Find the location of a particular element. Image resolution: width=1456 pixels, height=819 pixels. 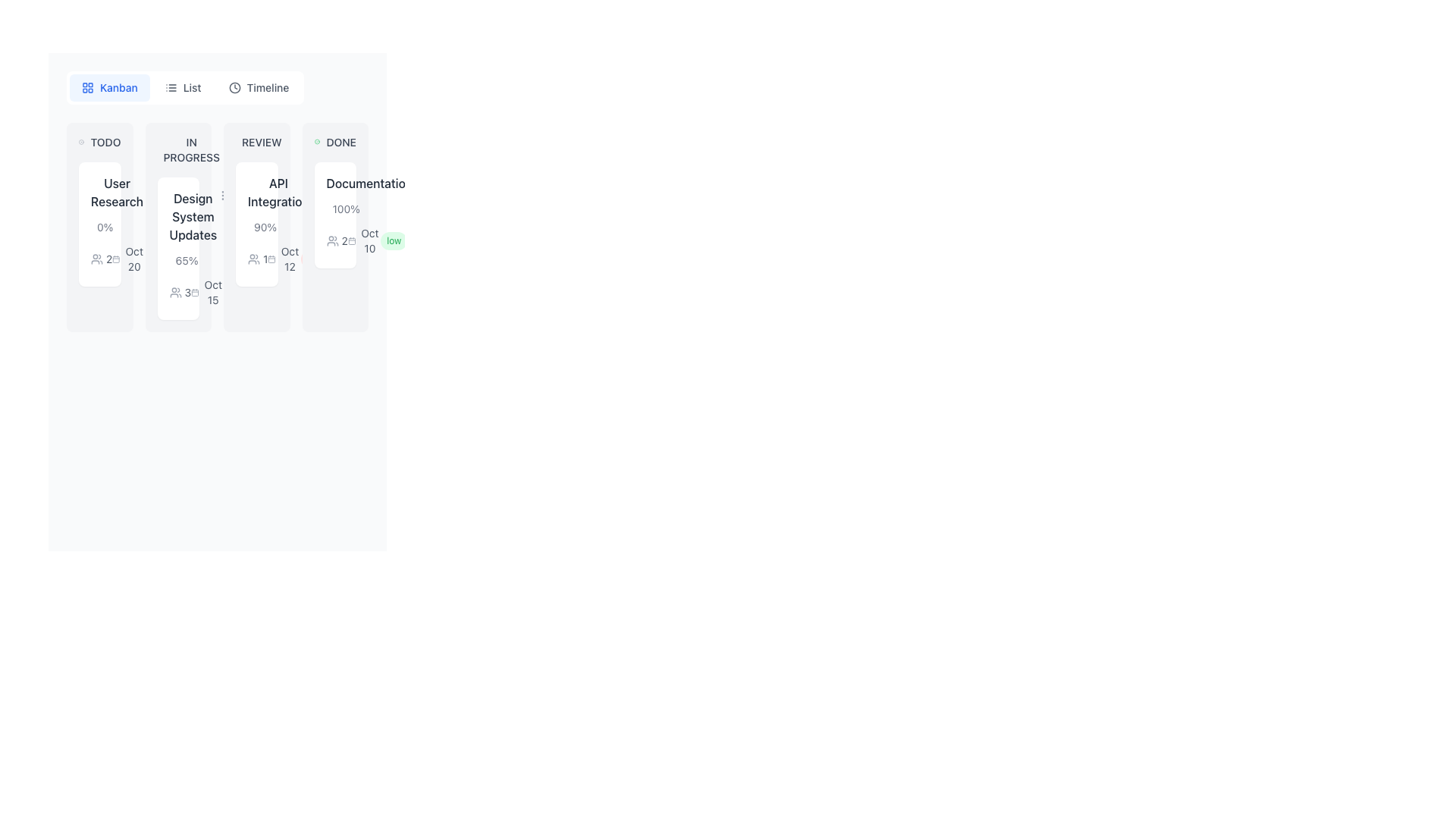

the numeric value text label representing the count of users in the 'REVIEW' column of the Kanban board, associated with the contributors' icon is located at coordinates (265, 259).